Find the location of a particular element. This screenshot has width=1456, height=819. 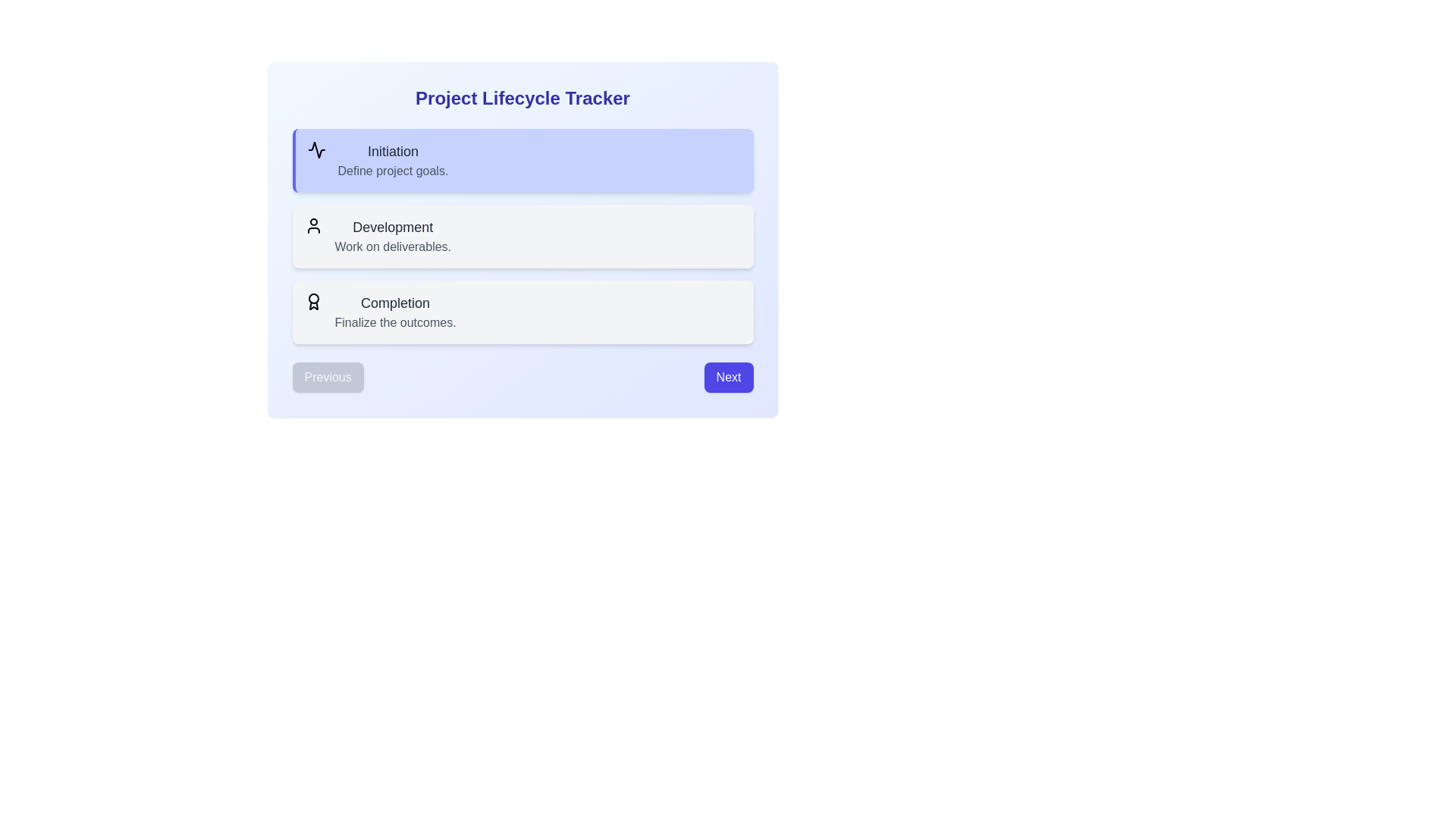

the Text component displaying 'Completion' with the description 'Finalize the outcomes', which is the last card in the vertical stack of process stages is located at coordinates (395, 312).